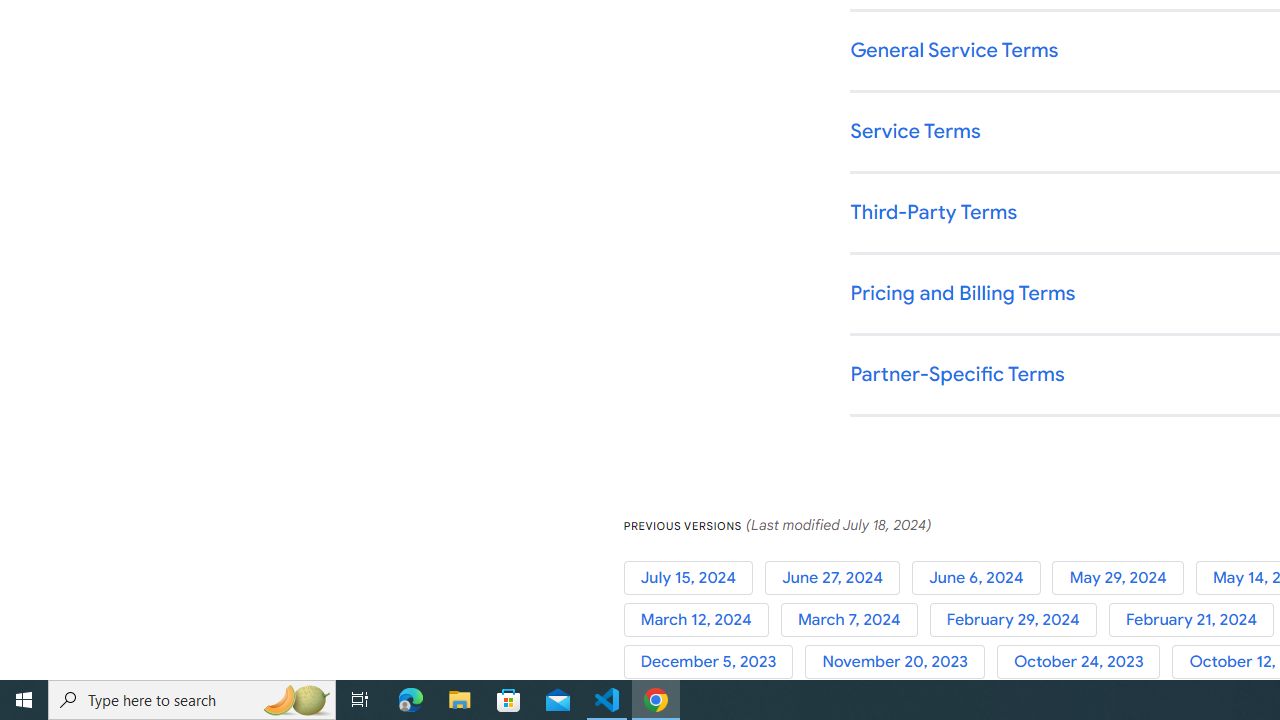 The width and height of the screenshot is (1280, 720). What do you see at coordinates (694, 577) in the screenshot?
I see `'July 15, 2024'` at bounding box center [694, 577].